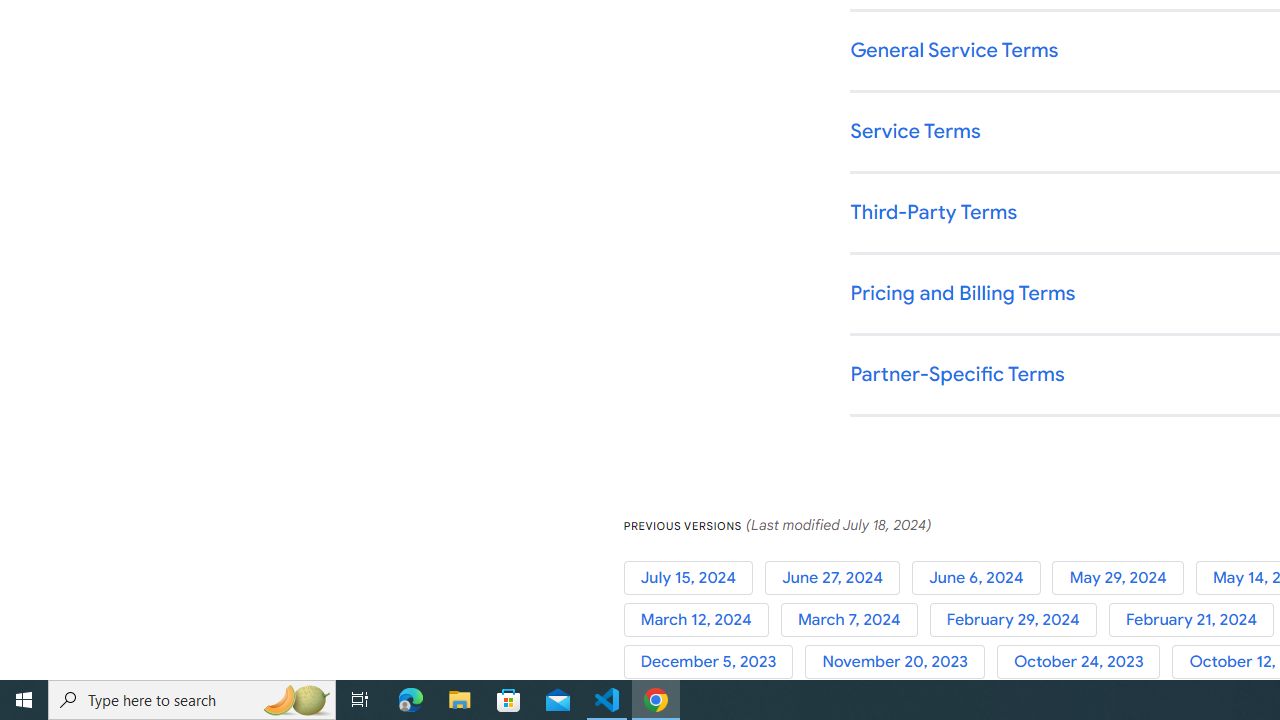 The width and height of the screenshot is (1280, 720). What do you see at coordinates (694, 577) in the screenshot?
I see `'July 15, 2024'` at bounding box center [694, 577].